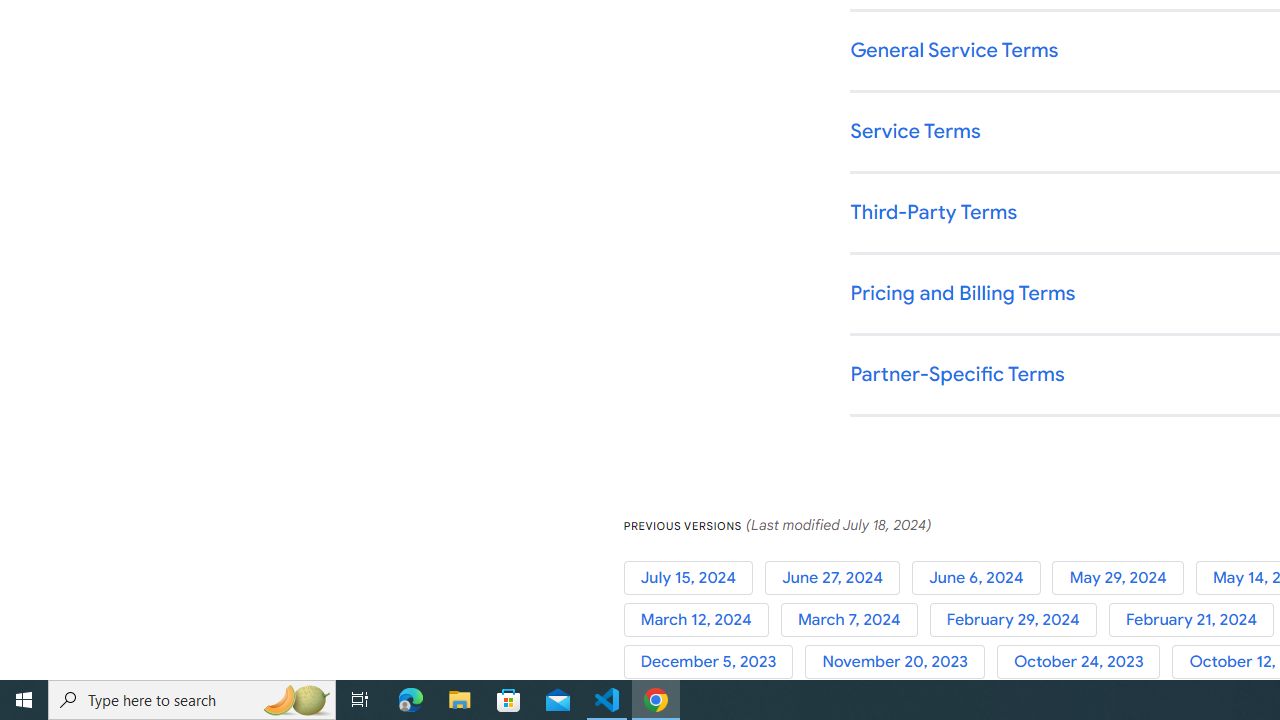 The width and height of the screenshot is (1280, 720). What do you see at coordinates (694, 577) in the screenshot?
I see `'July 15, 2024'` at bounding box center [694, 577].